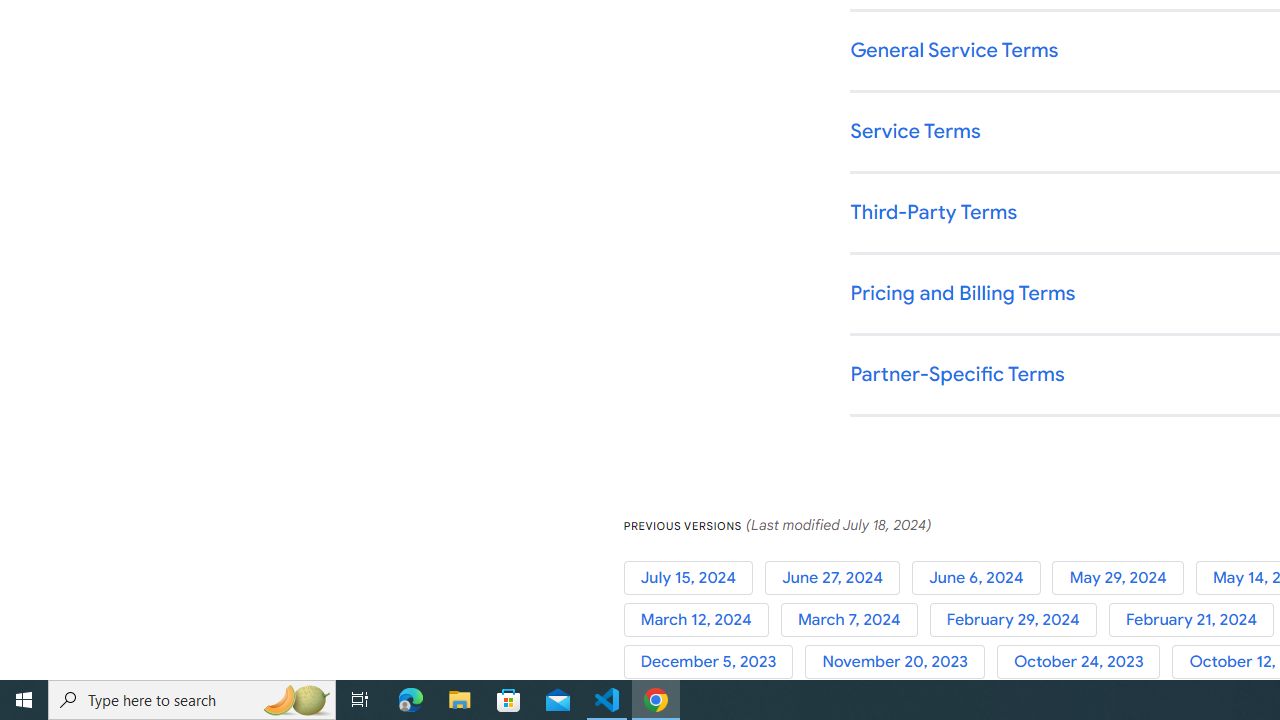 The width and height of the screenshot is (1280, 720). What do you see at coordinates (694, 577) in the screenshot?
I see `'July 15, 2024'` at bounding box center [694, 577].